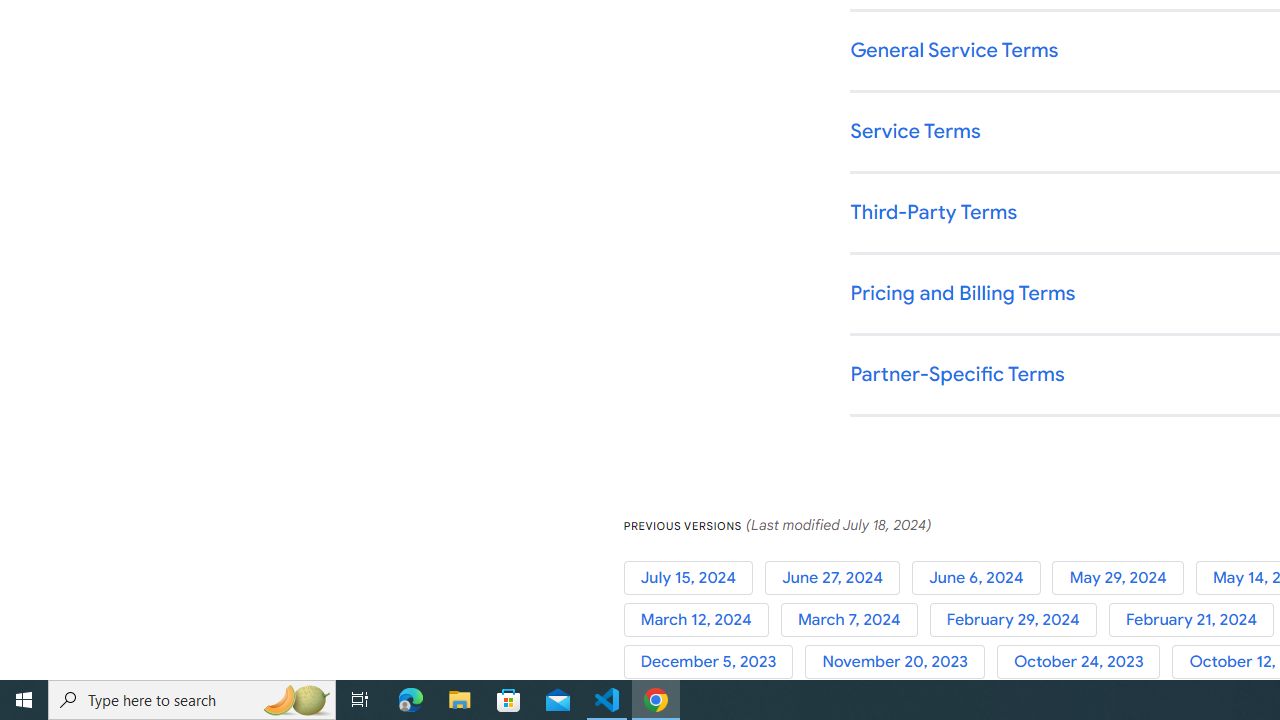 The width and height of the screenshot is (1280, 720). What do you see at coordinates (694, 577) in the screenshot?
I see `'July 15, 2024'` at bounding box center [694, 577].